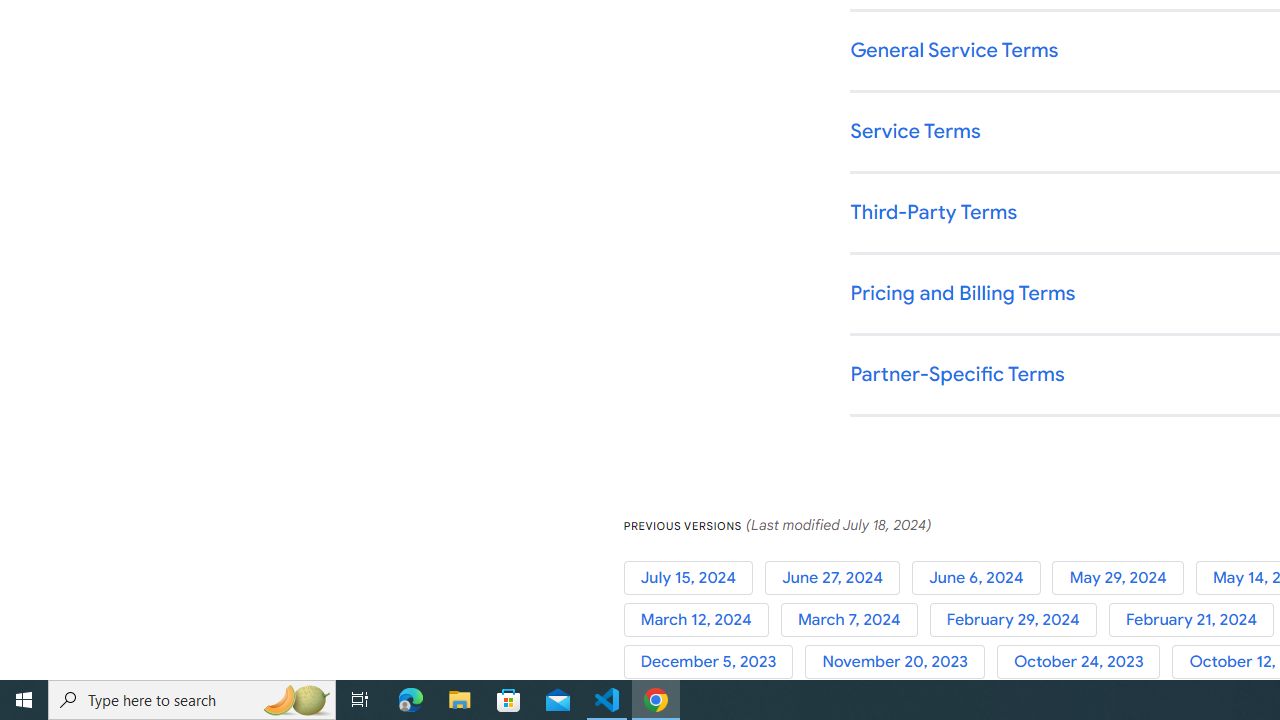 The width and height of the screenshot is (1280, 720). What do you see at coordinates (694, 577) in the screenshot?
I see `'July 15, 2024'` at bounding box center [694, 577].